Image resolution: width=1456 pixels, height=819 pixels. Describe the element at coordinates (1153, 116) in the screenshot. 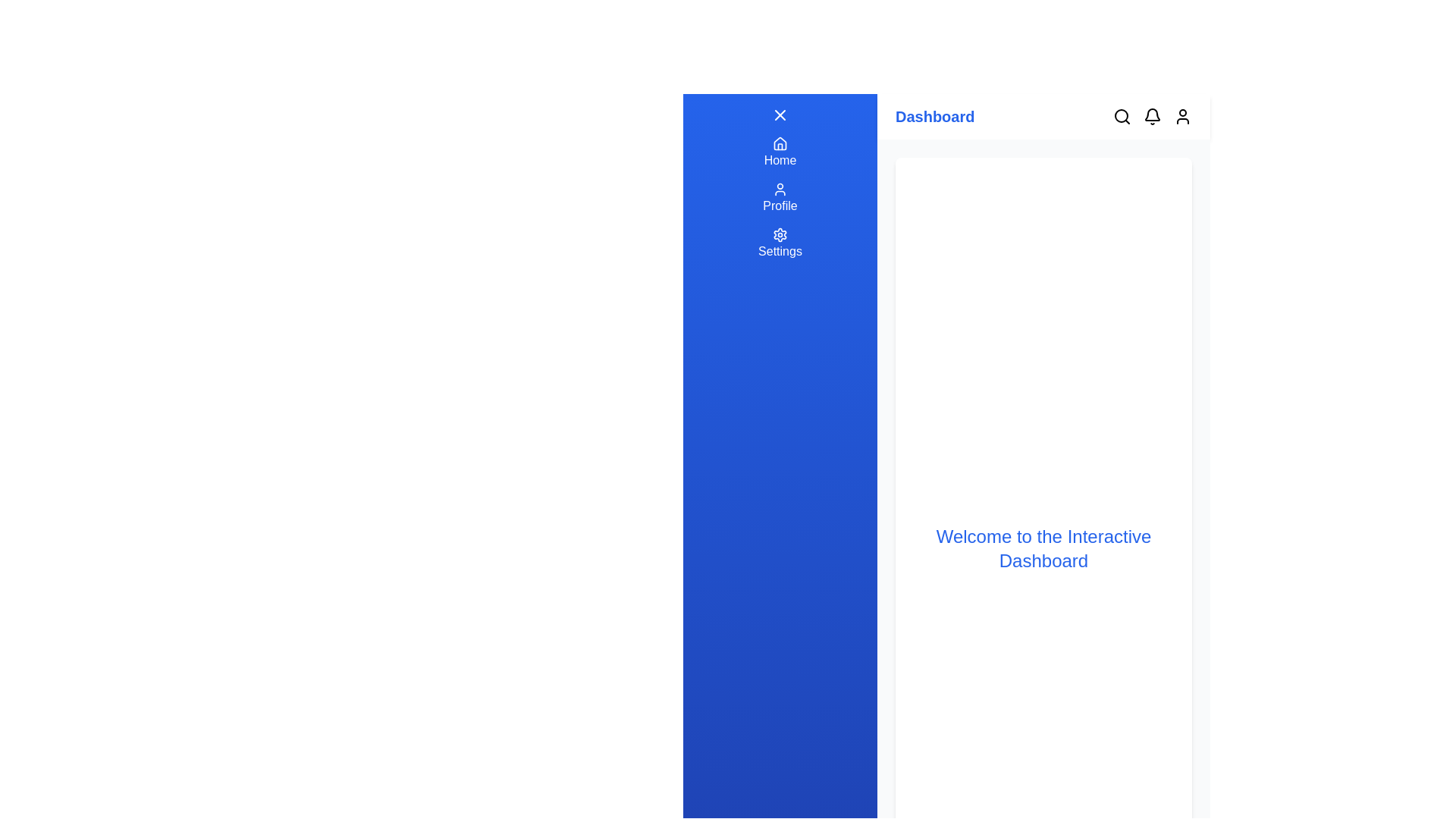

I see `the notification bell icon located in the top-right corner of the navigation bar` at that location.